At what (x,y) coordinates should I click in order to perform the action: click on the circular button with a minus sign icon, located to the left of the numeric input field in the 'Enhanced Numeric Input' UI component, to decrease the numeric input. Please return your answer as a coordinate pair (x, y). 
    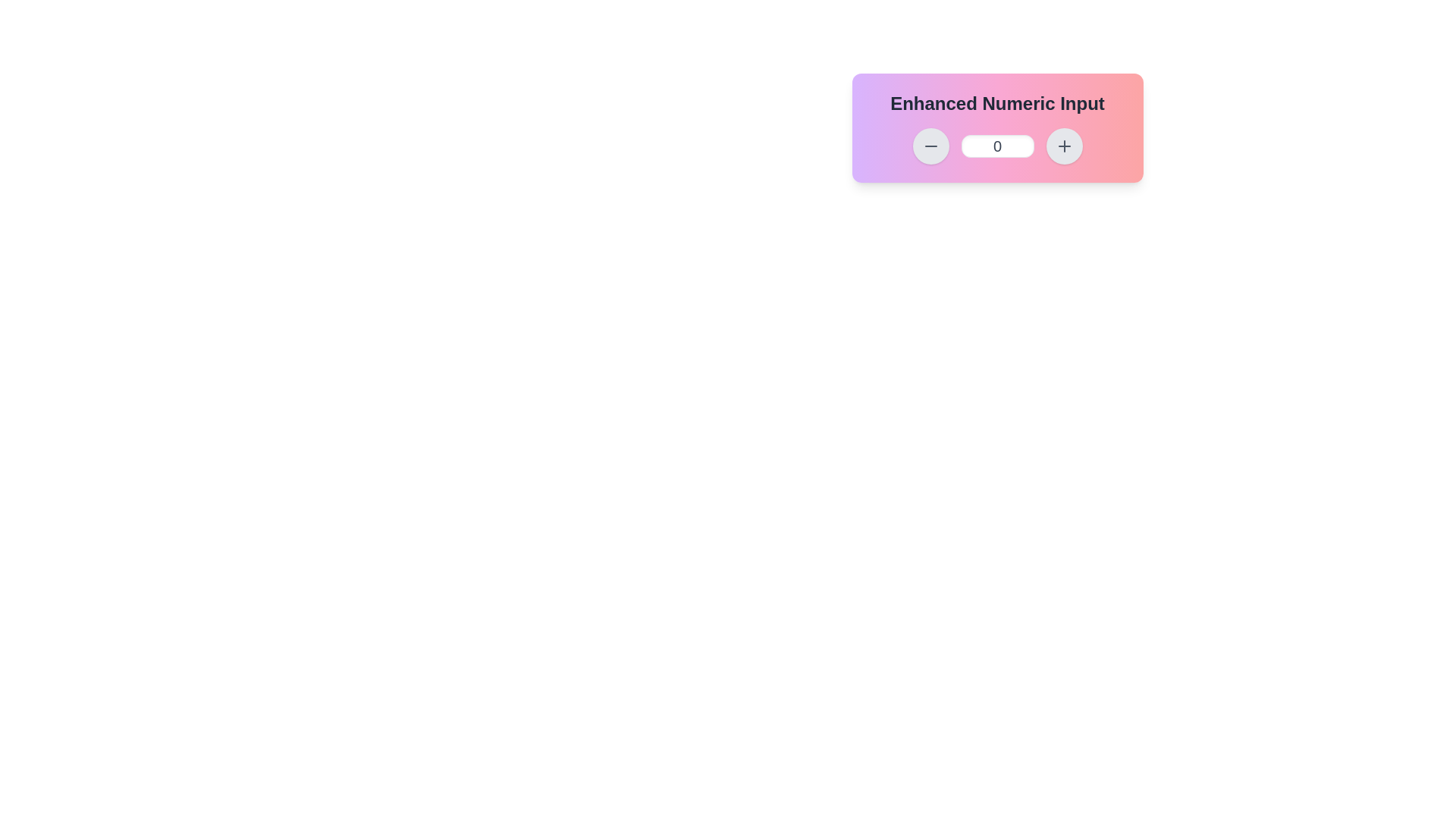
    Looking at the image, I should click on (930, 146).